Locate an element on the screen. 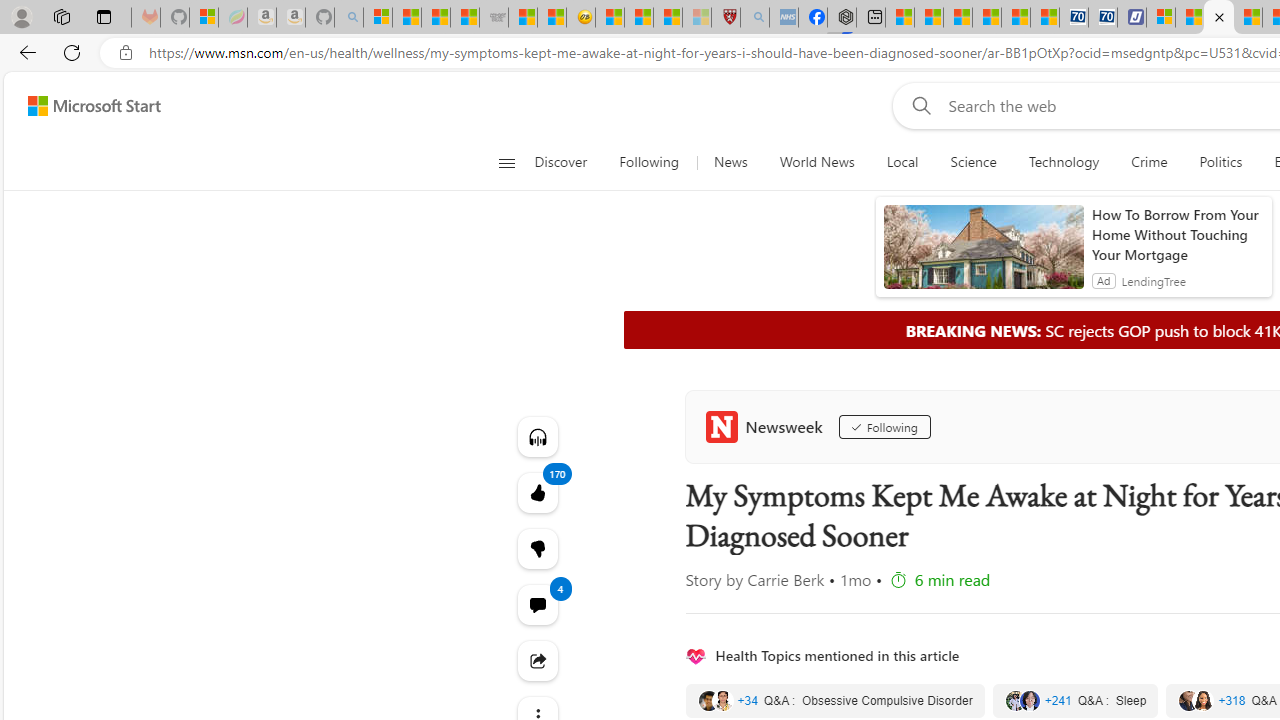 Image resolution: width=1280 pixels, height=720 pixels. 'Technology' is located at coordinates (1062, 162).